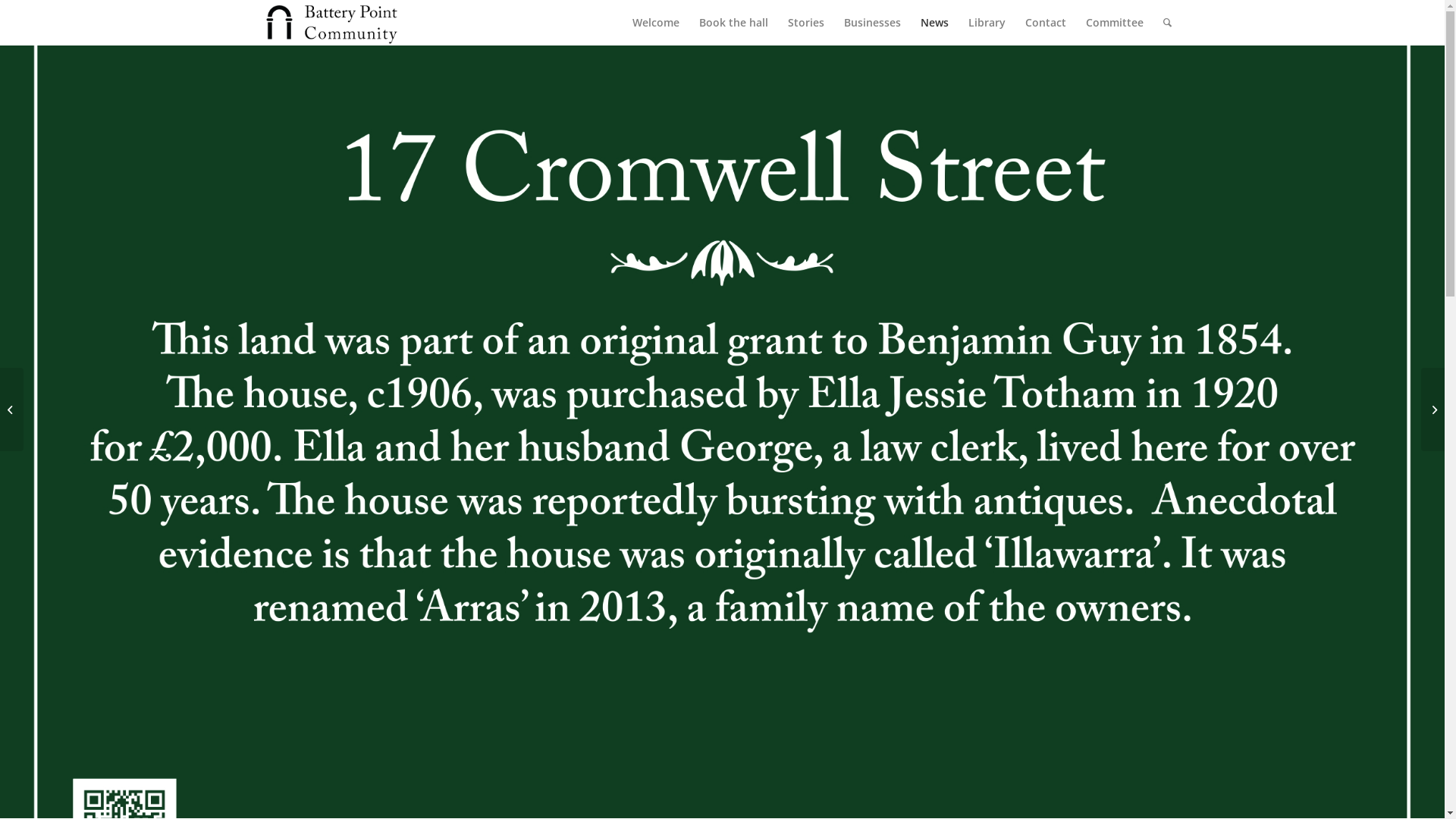 The image size is (1456, 819). I want to click on 'Book the hall', so click(687, 23).